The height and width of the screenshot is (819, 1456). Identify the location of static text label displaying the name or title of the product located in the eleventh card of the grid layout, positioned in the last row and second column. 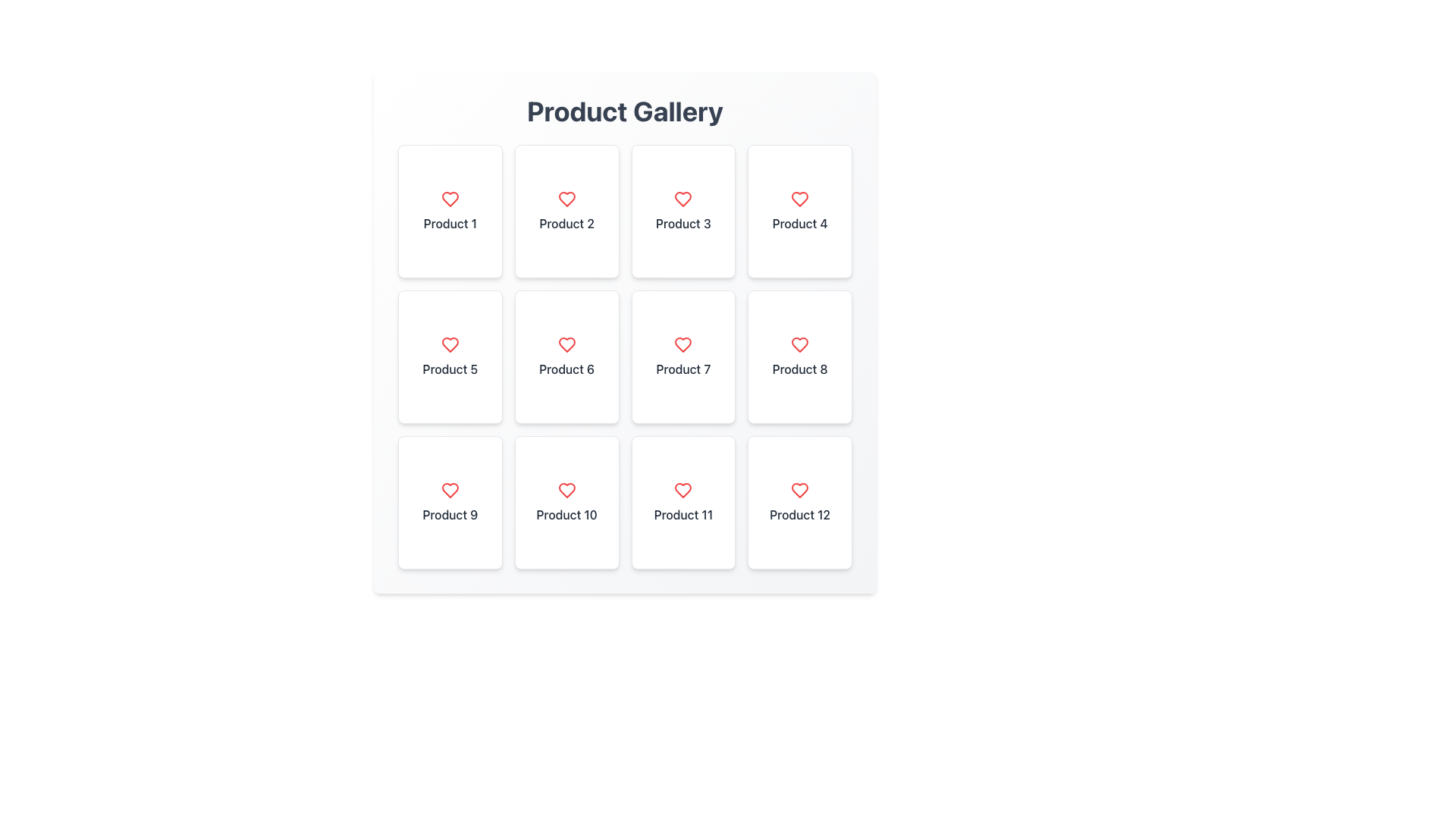
(682, 513).